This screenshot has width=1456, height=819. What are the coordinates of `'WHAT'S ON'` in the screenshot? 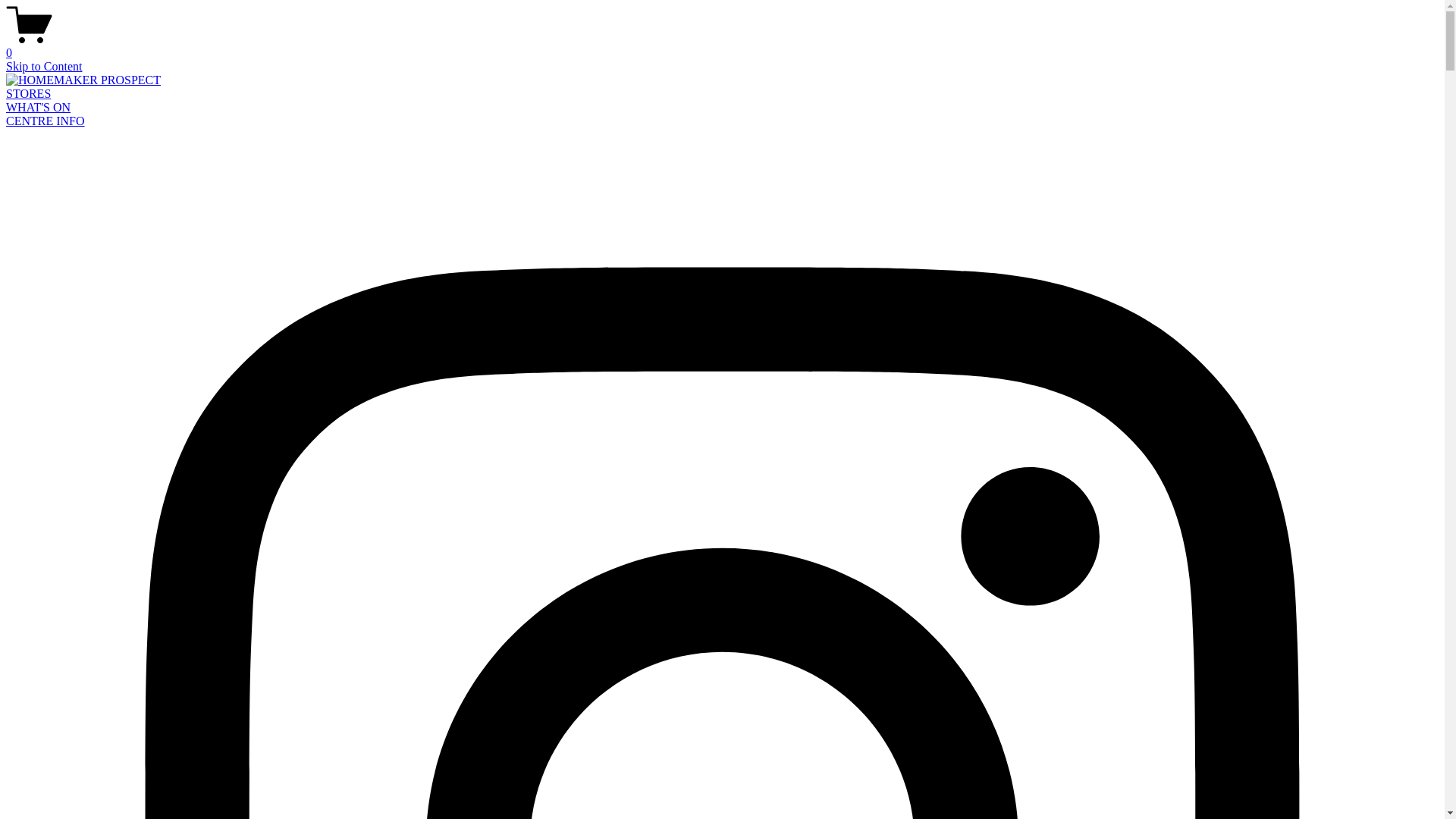 It's located at (38, 106).